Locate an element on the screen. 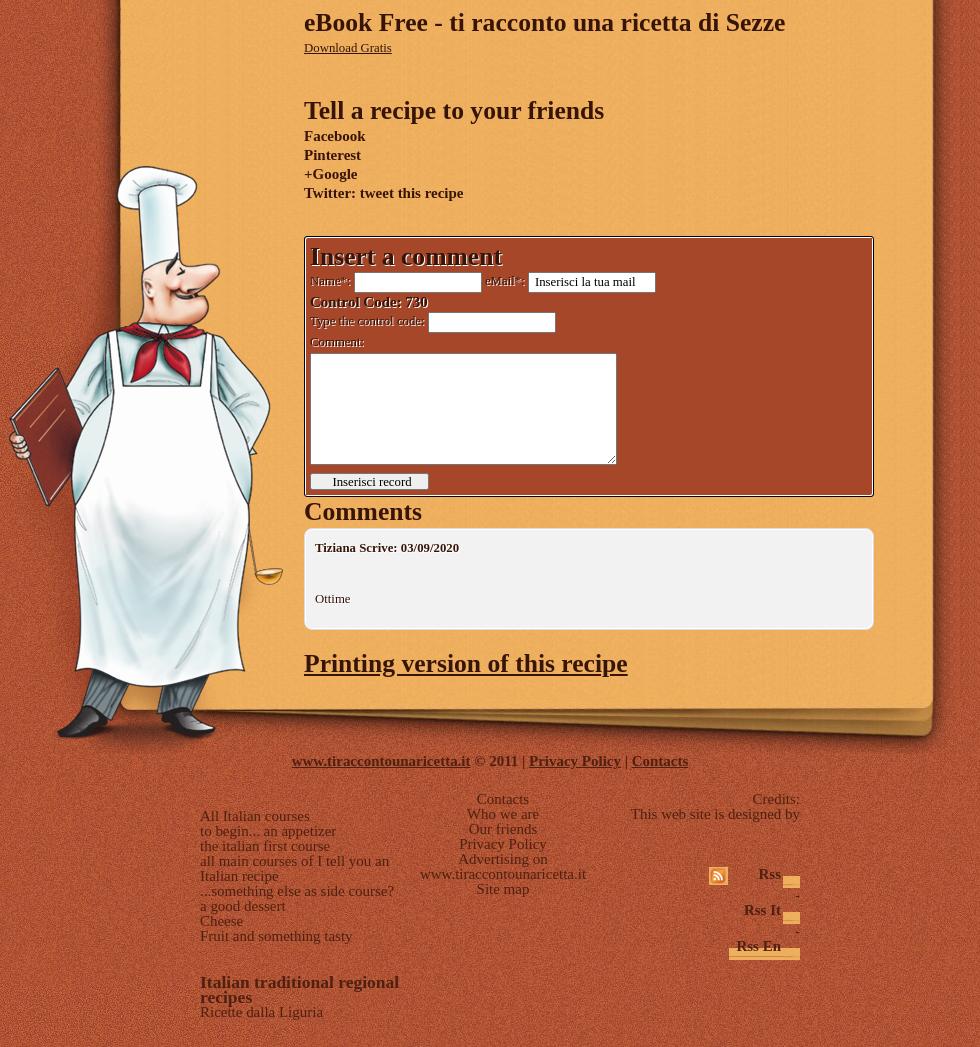 This screenshot has height=1047, width=980. 'Name*:' is located at coordinates (331, 281).